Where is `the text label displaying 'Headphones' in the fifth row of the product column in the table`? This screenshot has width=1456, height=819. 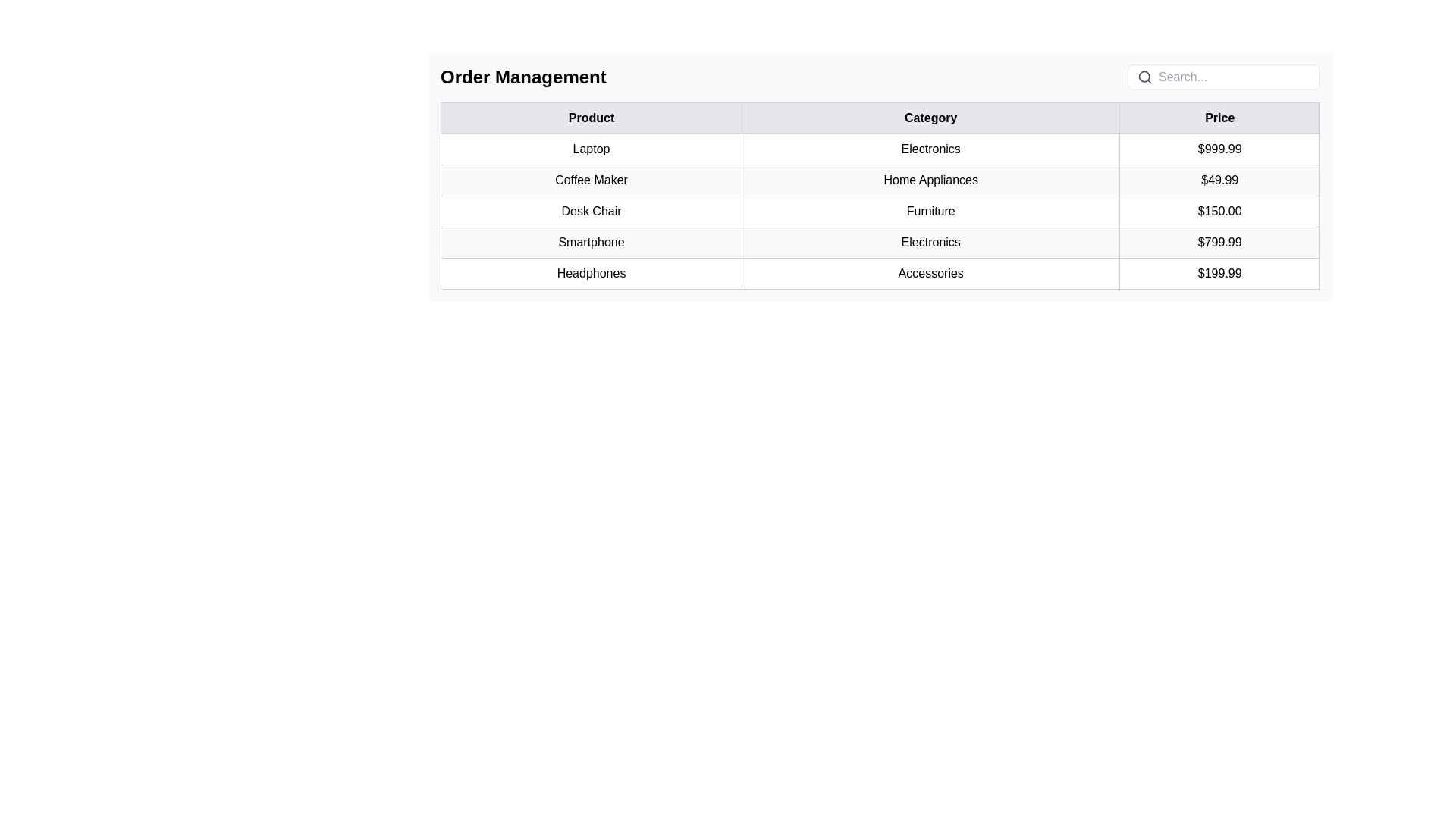
the text label displaying 'Headphones' in the fifth row of the product column in the table is located at coordinates (591, 274).